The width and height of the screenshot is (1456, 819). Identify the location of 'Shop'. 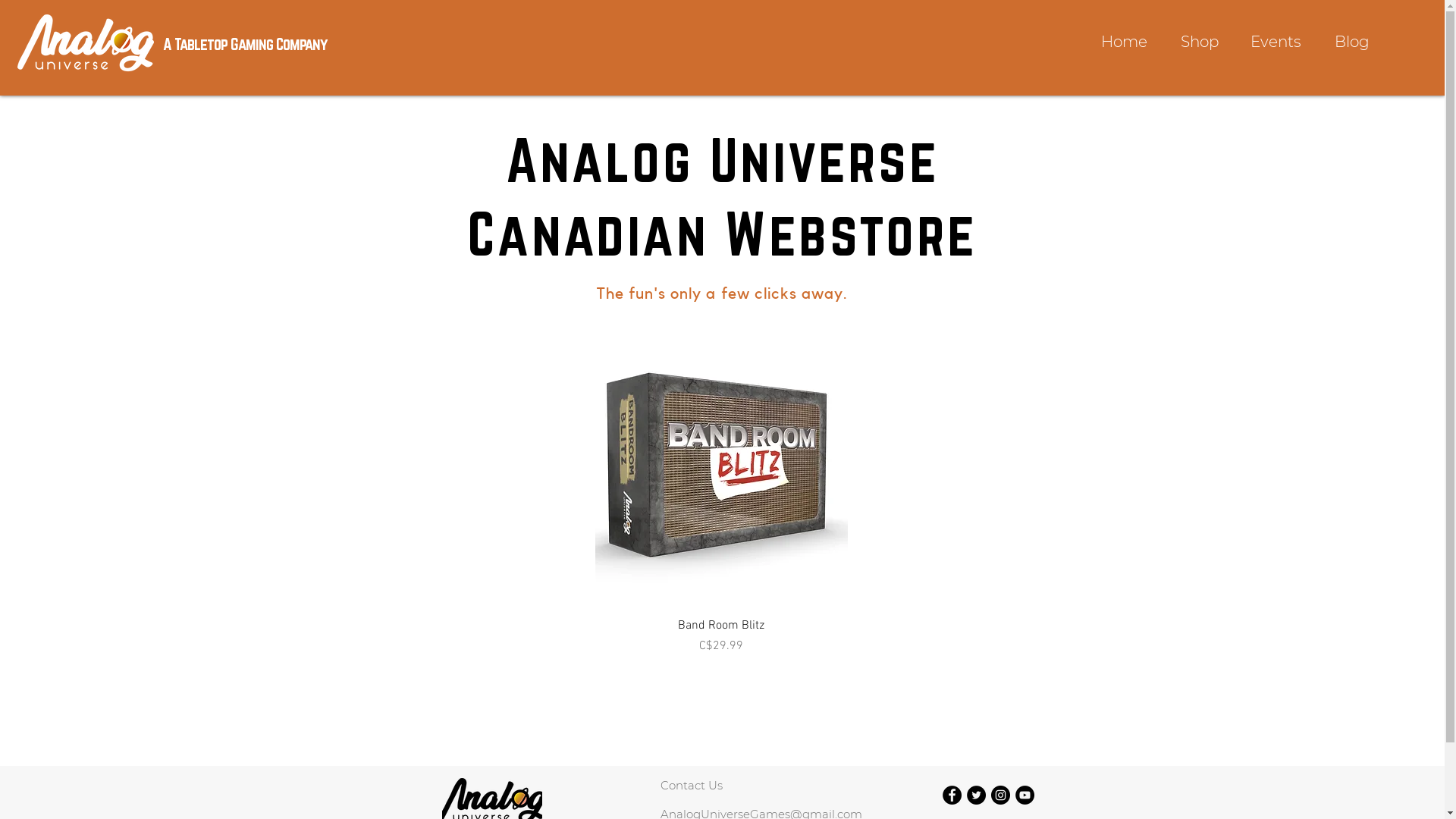
(1199, 42).